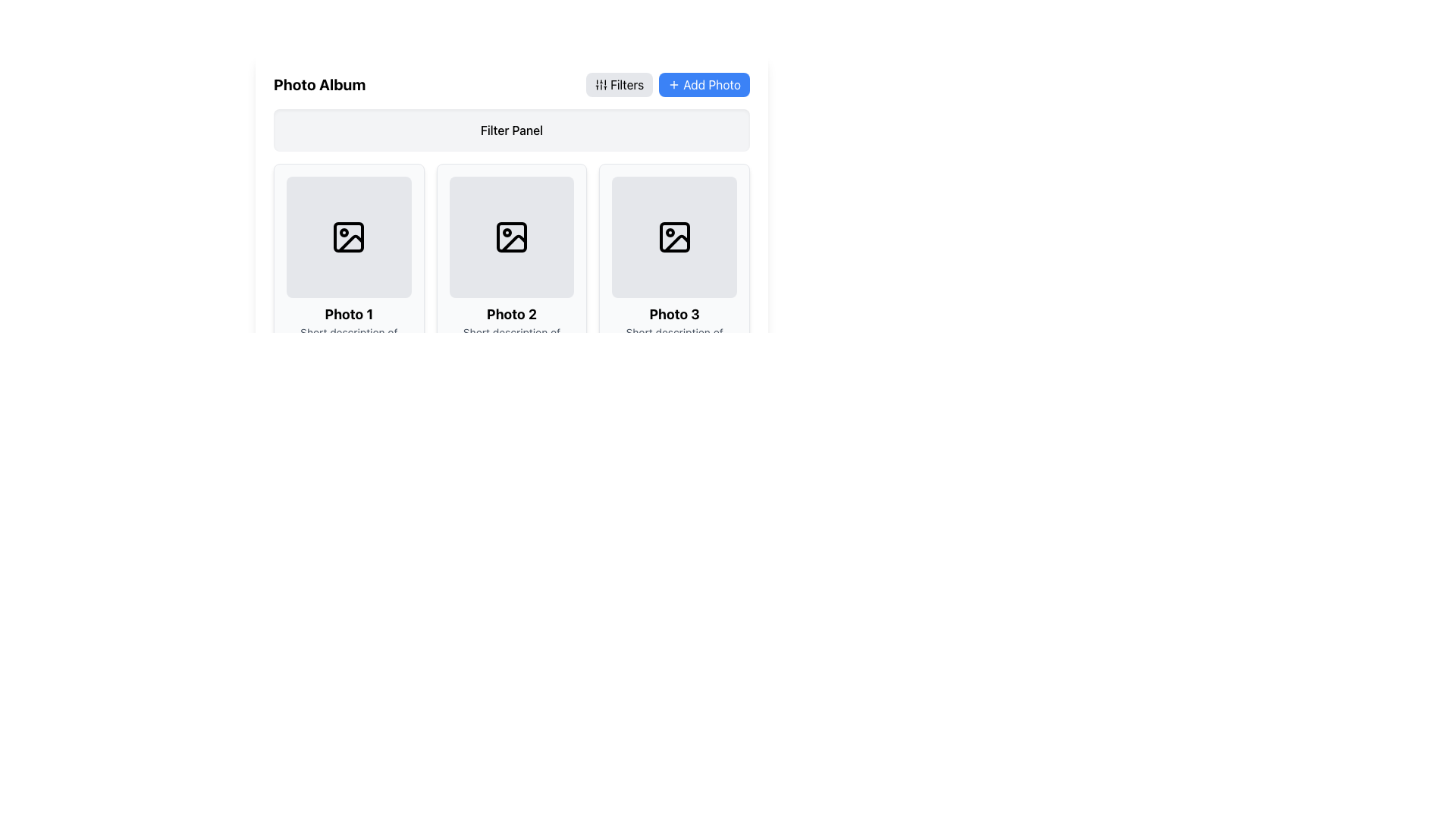  I want to click on the photograph icon located in the top left section of the first card labeled 'Photo 1' under the 'Photo Album' header, so click(348, 237).